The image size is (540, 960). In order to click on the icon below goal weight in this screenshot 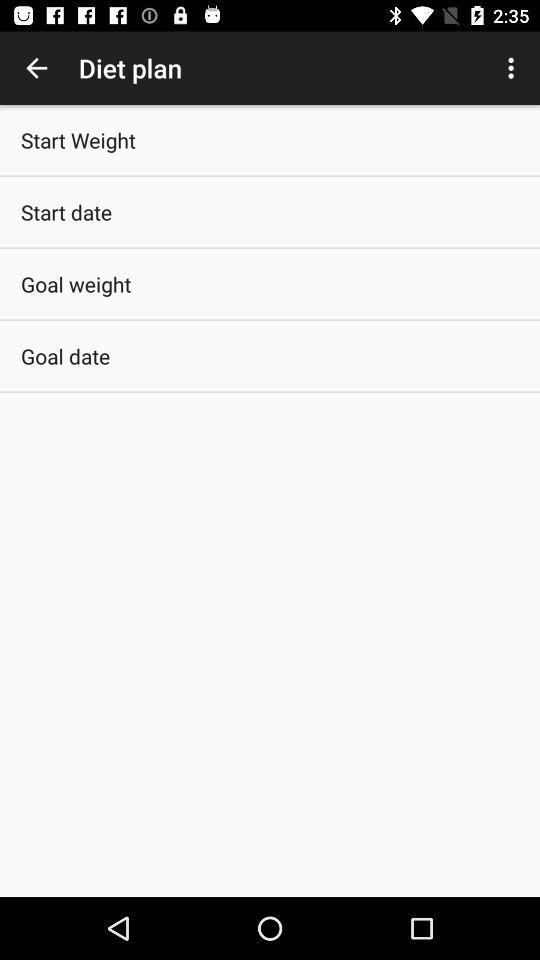, I will do `click(65, 356)`.